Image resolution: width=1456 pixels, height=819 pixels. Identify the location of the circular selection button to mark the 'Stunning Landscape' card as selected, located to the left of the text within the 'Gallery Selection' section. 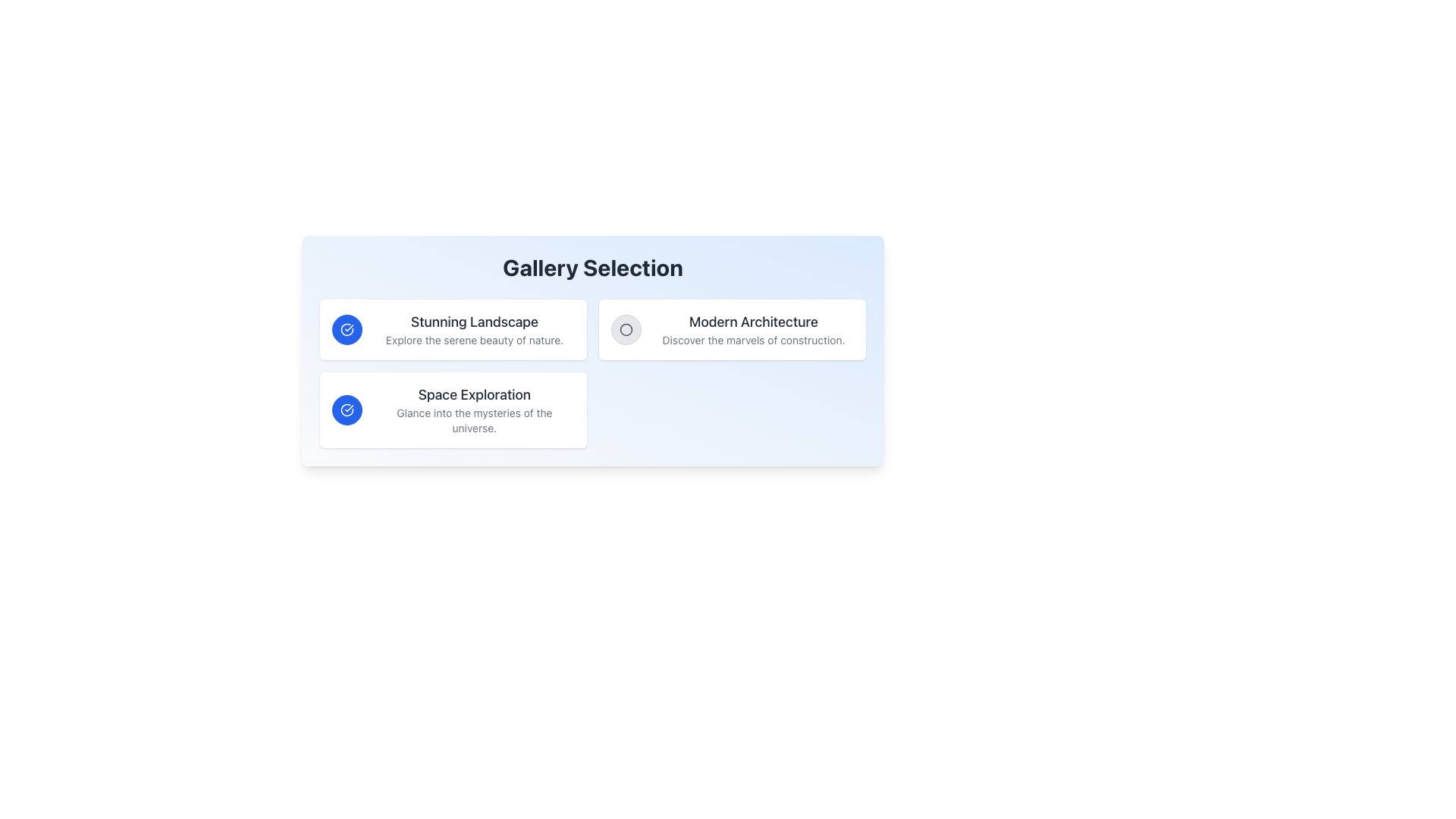
(346, 329).